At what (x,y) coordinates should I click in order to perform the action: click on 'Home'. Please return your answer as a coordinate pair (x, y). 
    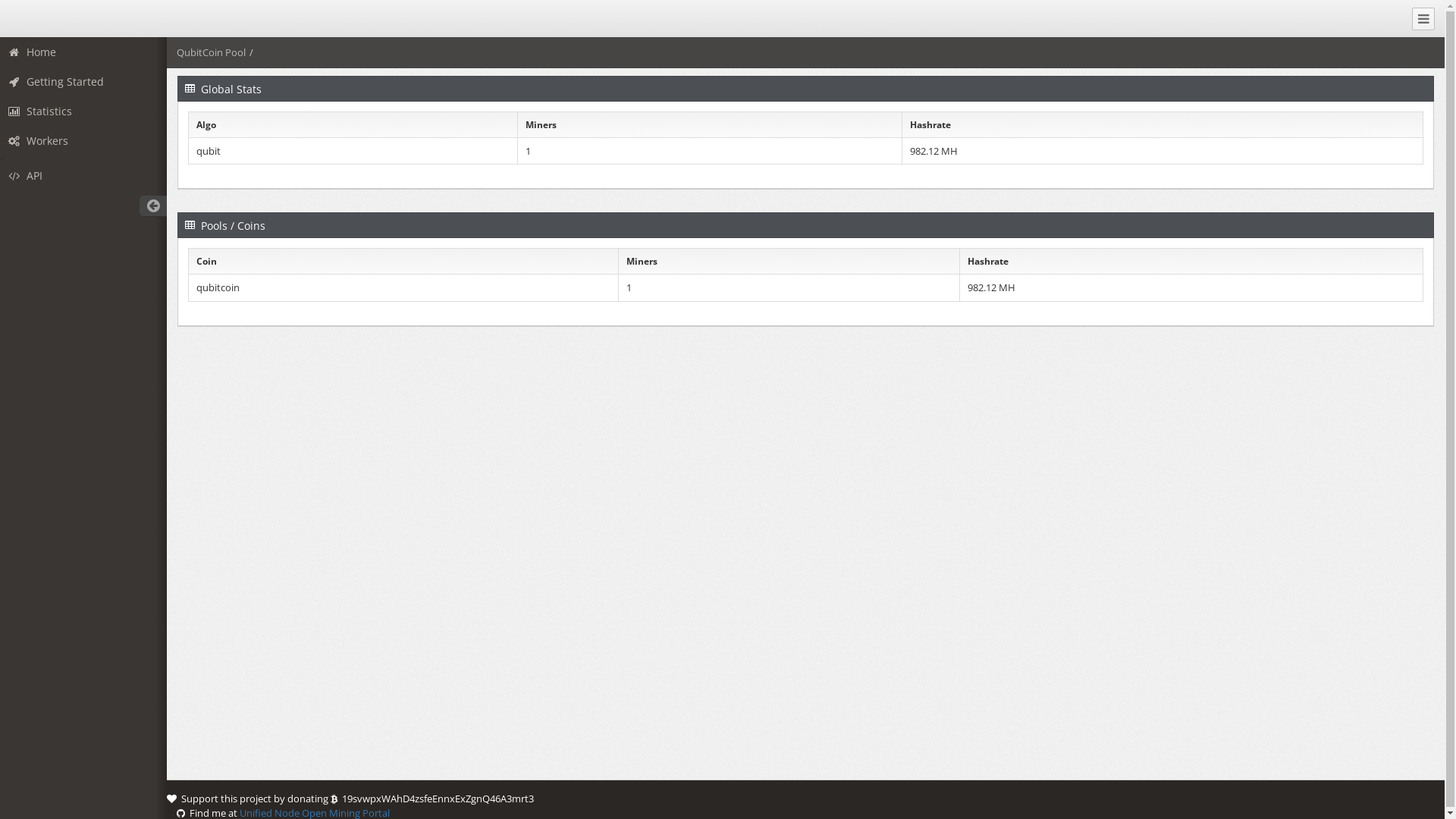
    Looking at the image, I should click on (83, 51).